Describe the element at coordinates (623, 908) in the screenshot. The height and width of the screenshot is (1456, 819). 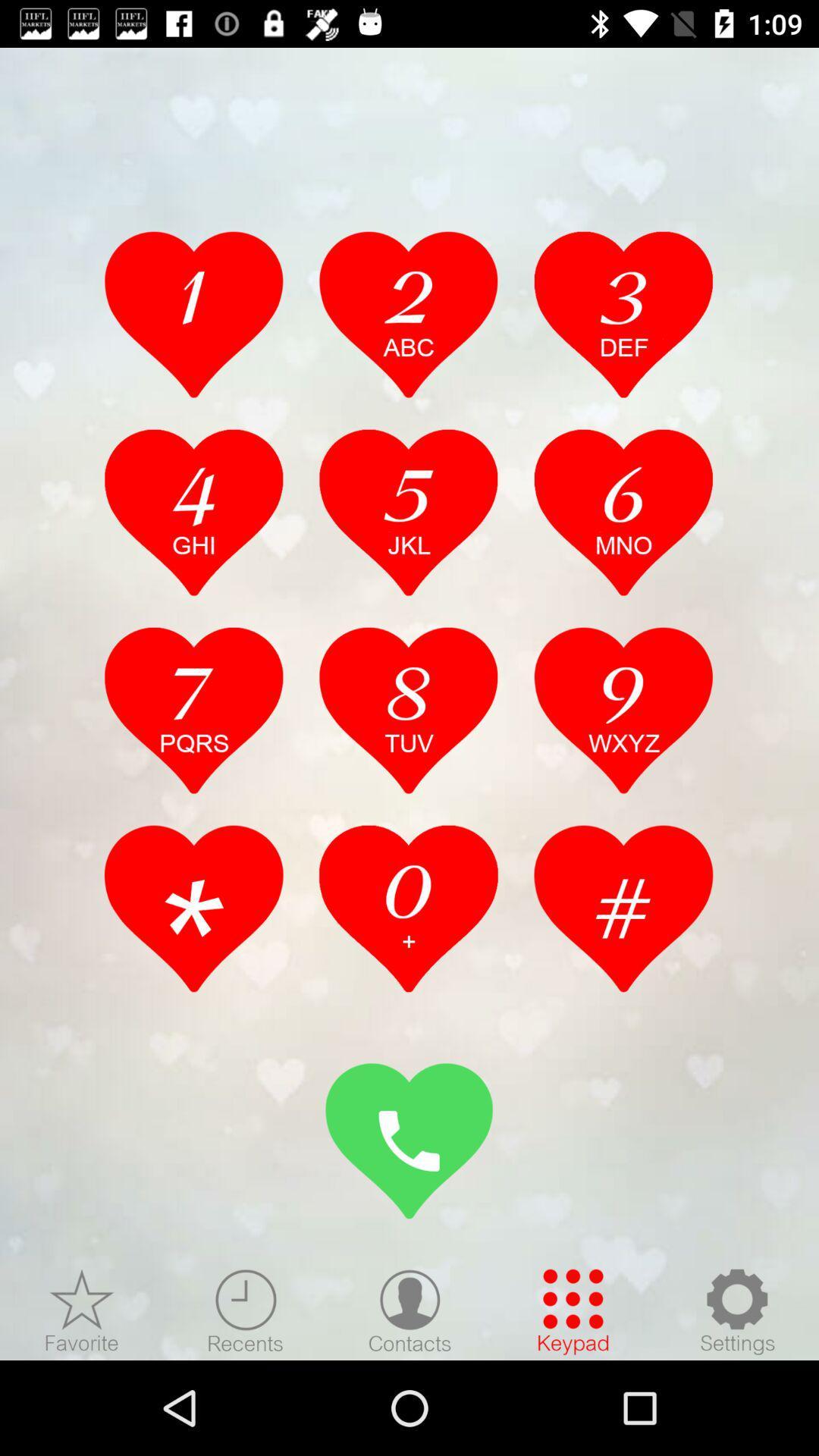
I see `check option aash` at that location.